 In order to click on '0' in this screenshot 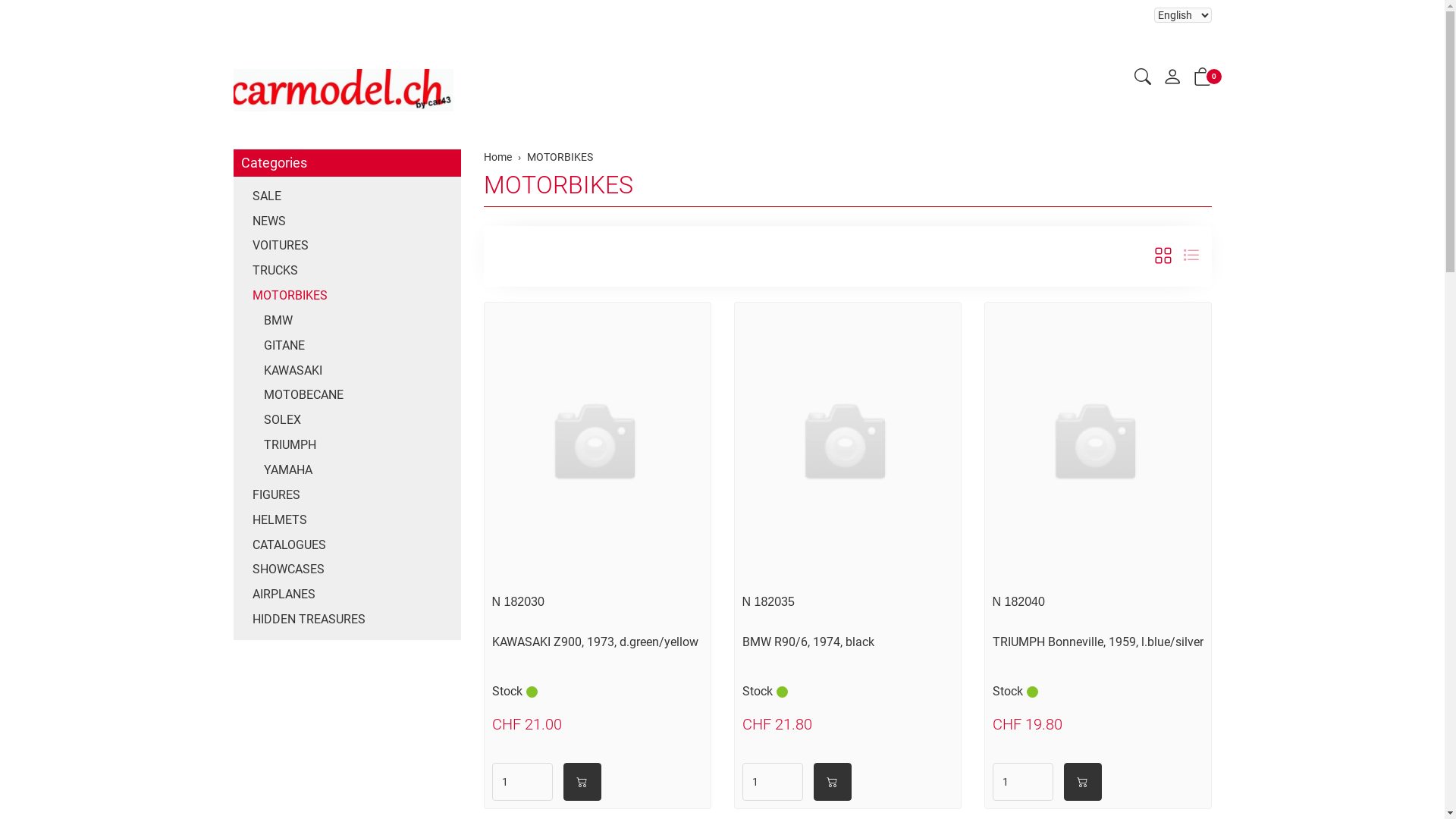, I will do `click(1201, 79)`.